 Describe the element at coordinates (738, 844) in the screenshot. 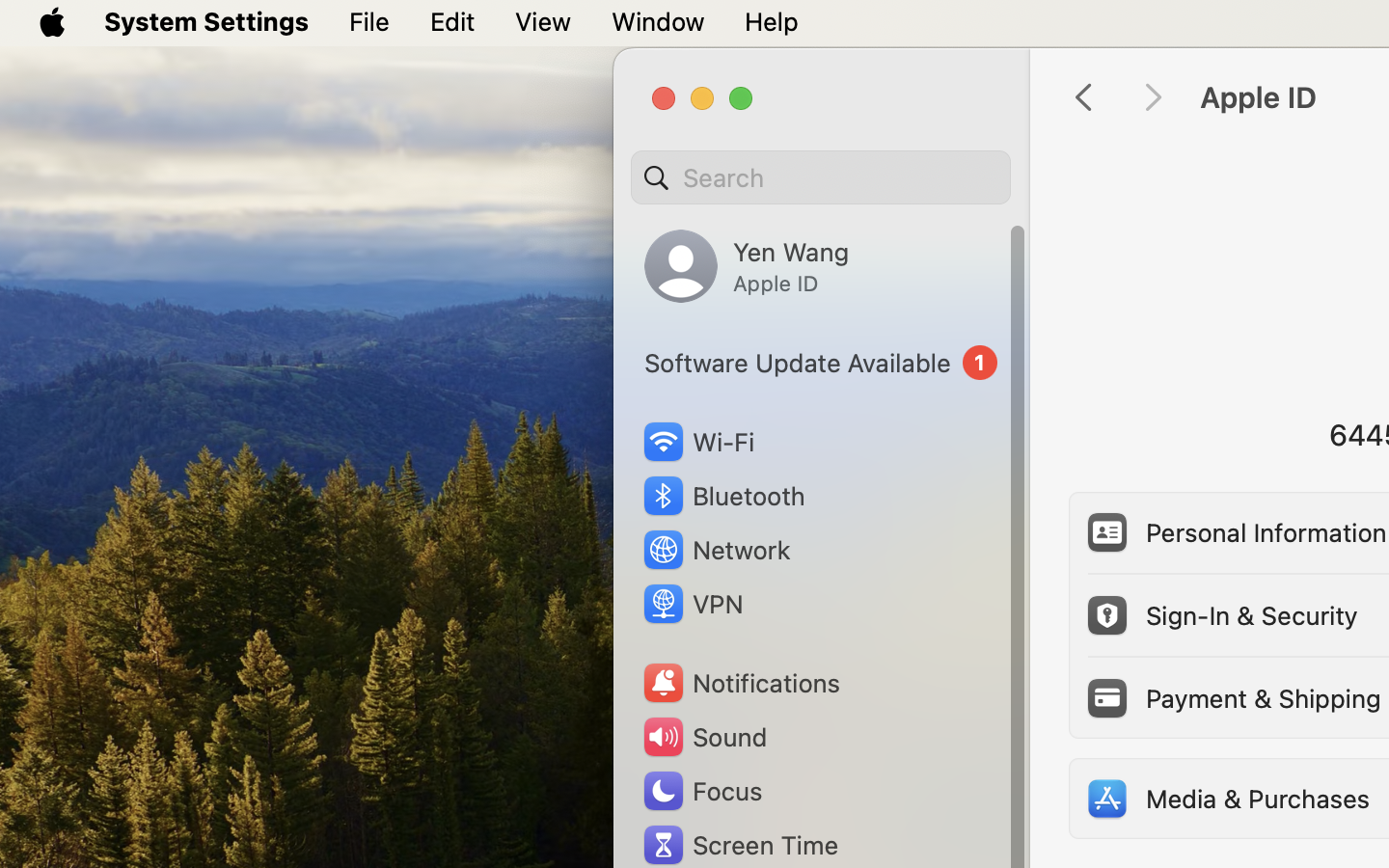

I see `'Screen Time'` at that location.